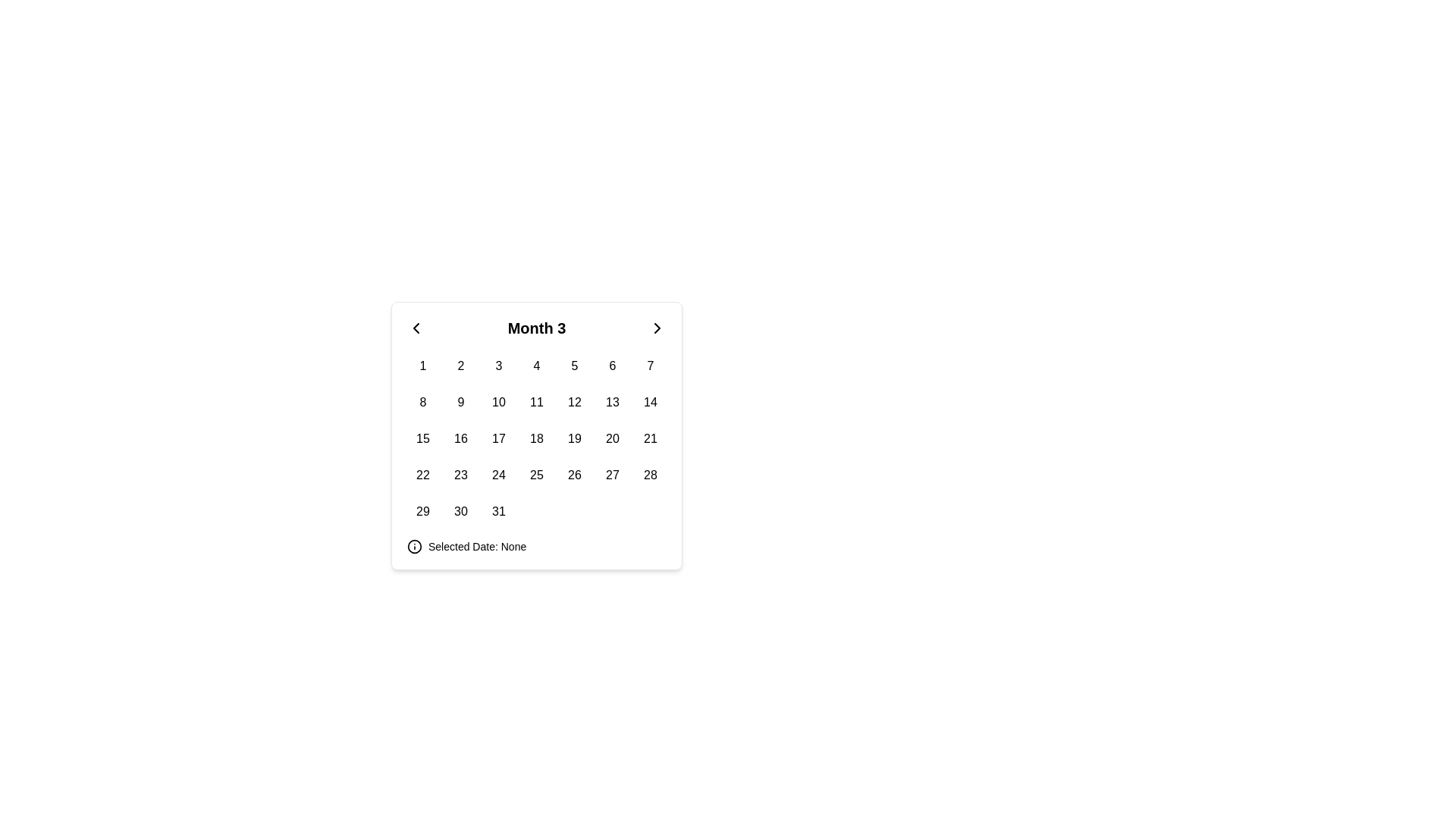 This screenshot has height=819, width=1456. I want to click on the first grid cell representing the first day of the calendar below the 'Month 3' header, so click(422, 366).